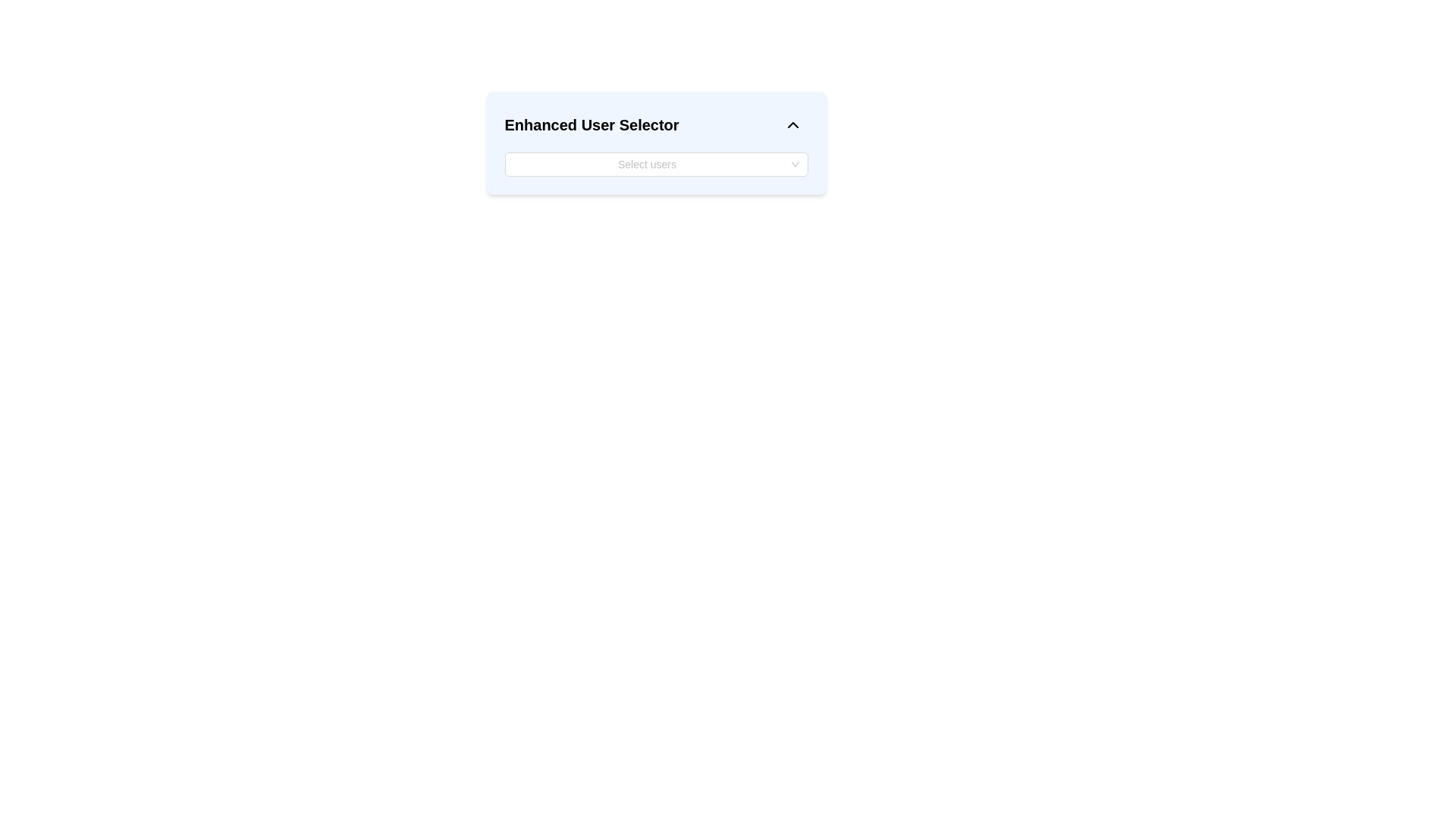 This screenshot has height=819, width=1456. I want to click on the dropdown menu labeled 'Select users' located below the title 'Enhanced User Selector', so click(656, 164).